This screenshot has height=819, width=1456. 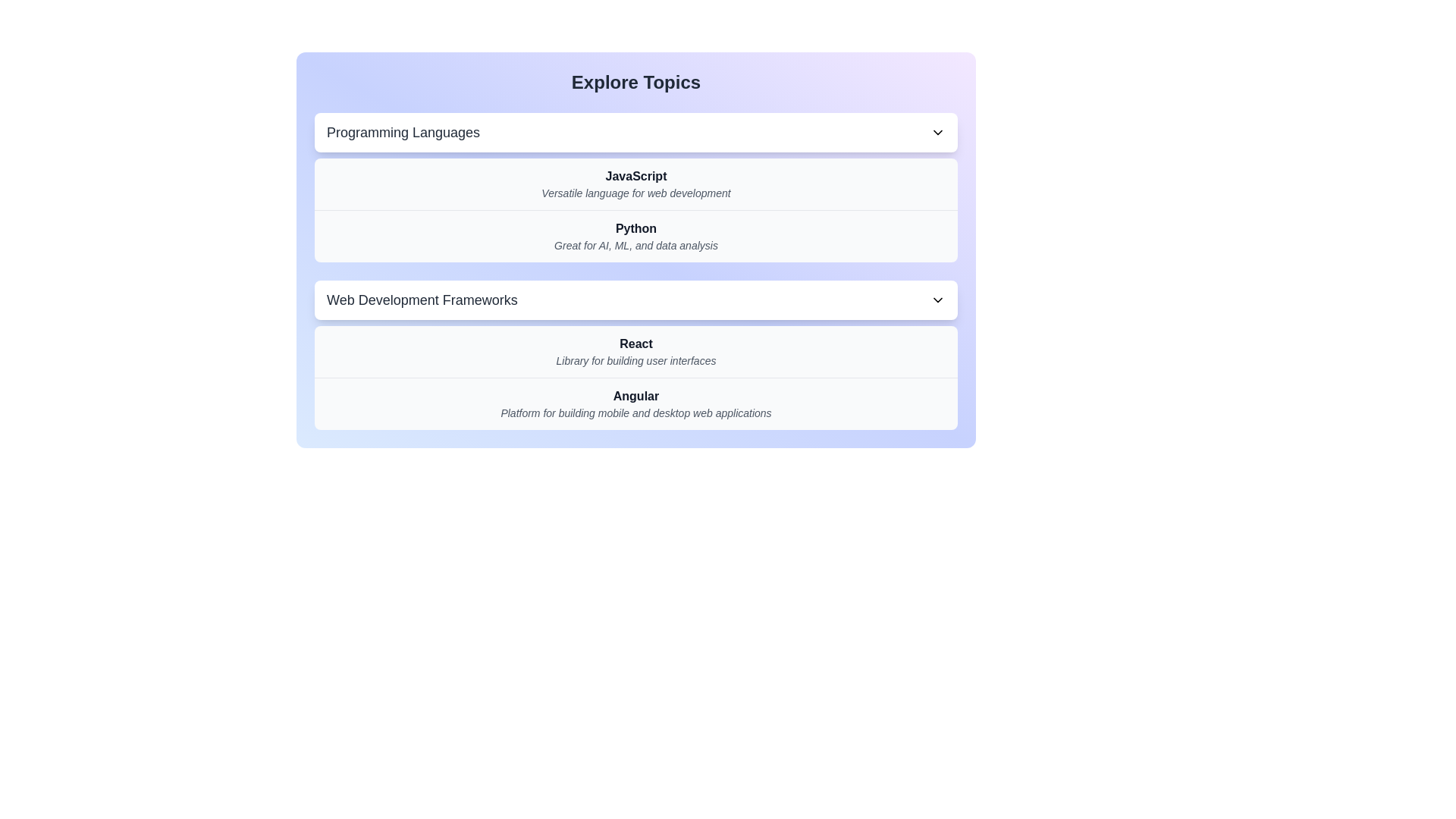 What do you see at coordinates (937, 131) in the screenshot?
I see `the toggle button icon at the far-right end of the 'Programming Languages' card` at bounding box center [937, 131].